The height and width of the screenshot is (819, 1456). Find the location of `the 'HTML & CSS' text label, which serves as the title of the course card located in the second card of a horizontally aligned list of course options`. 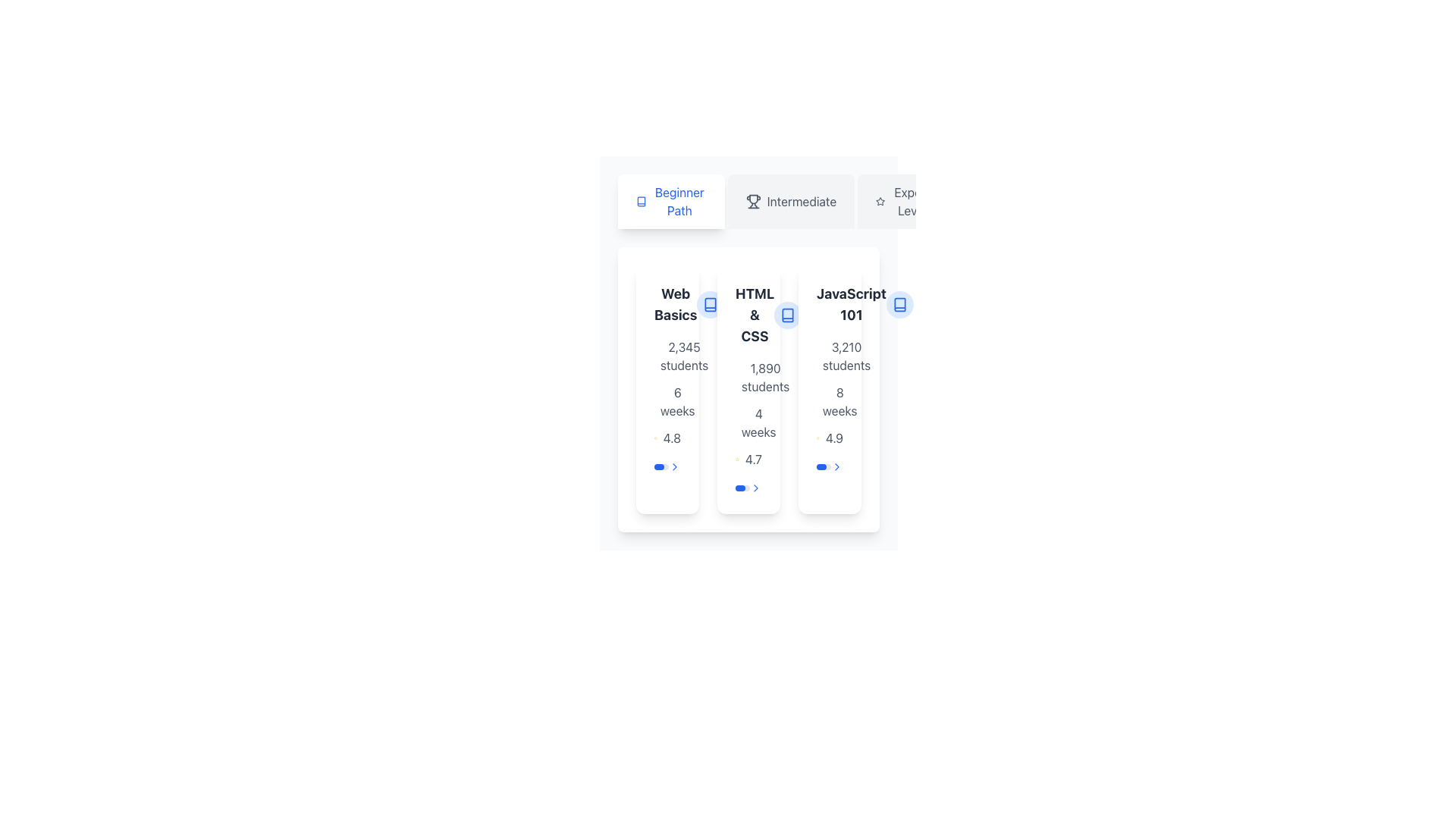

the 'HTML & CSS' text label, which serves as the title of the course card located in the second card of a horizontally aligned list of course options is located at coordinates (755, 315).